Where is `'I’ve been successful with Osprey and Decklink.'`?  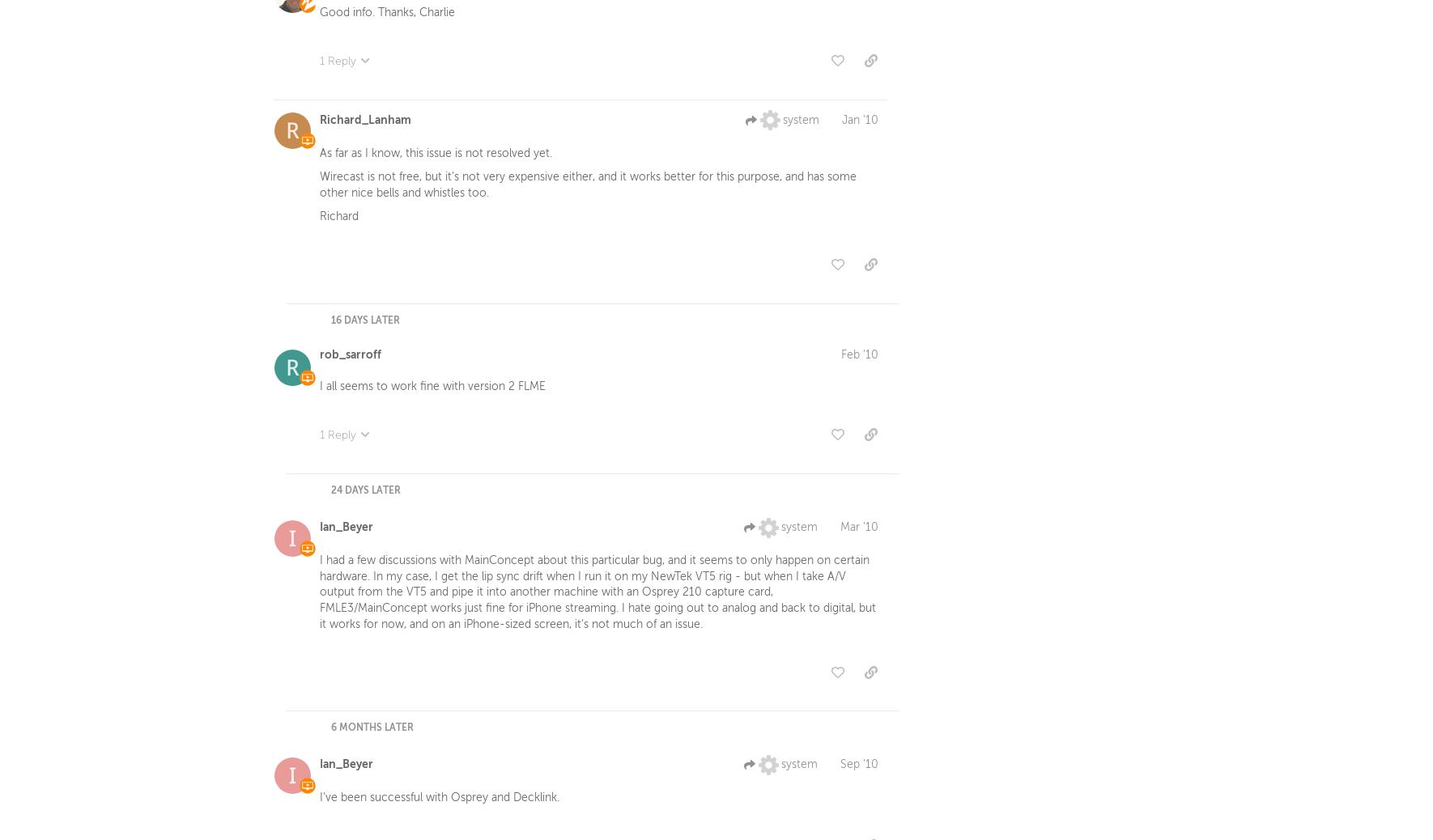 'I’ve been successful with Osprey and Decklink.' is located at coordinates (440, 801).